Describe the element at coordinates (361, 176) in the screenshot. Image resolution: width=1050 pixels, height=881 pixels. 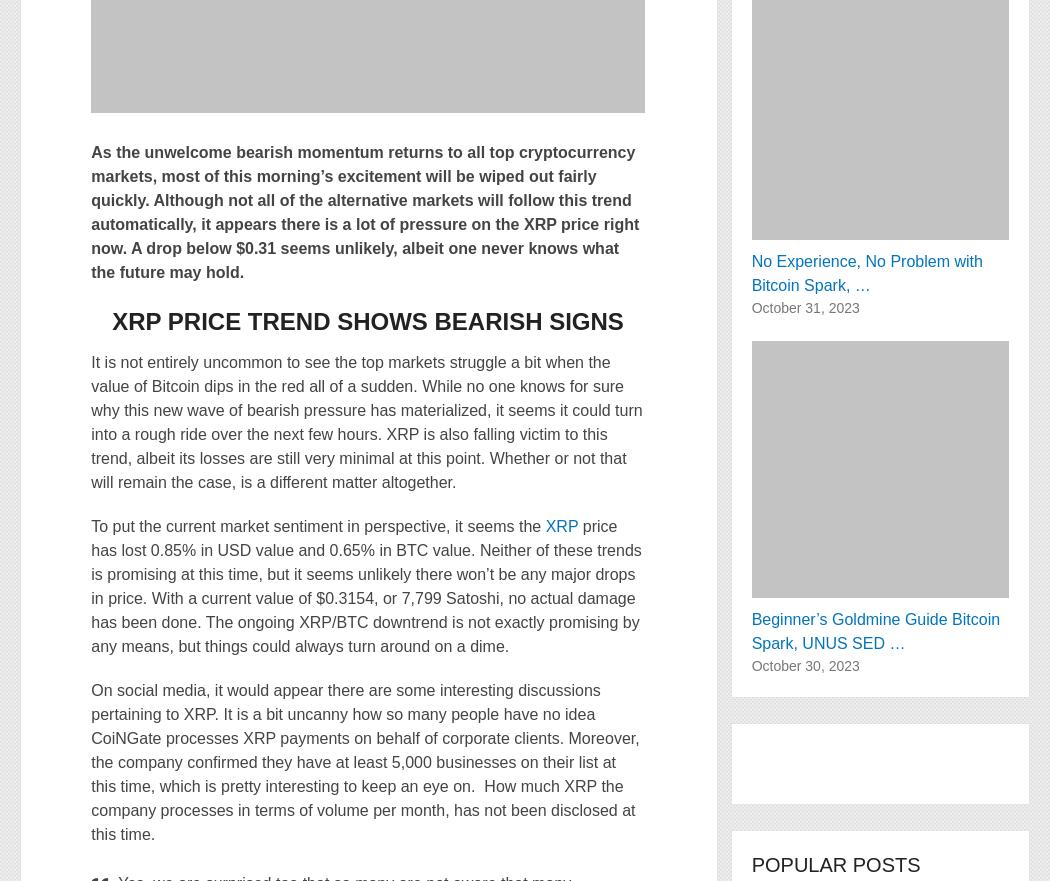
I see `'As the unwelcome bearish momentum returns to all top cryptocurrency markets, most of this morning’s excitement will be wiped out fairly quickly. Although not all of the alternative markets will follow this trend'` at that location.